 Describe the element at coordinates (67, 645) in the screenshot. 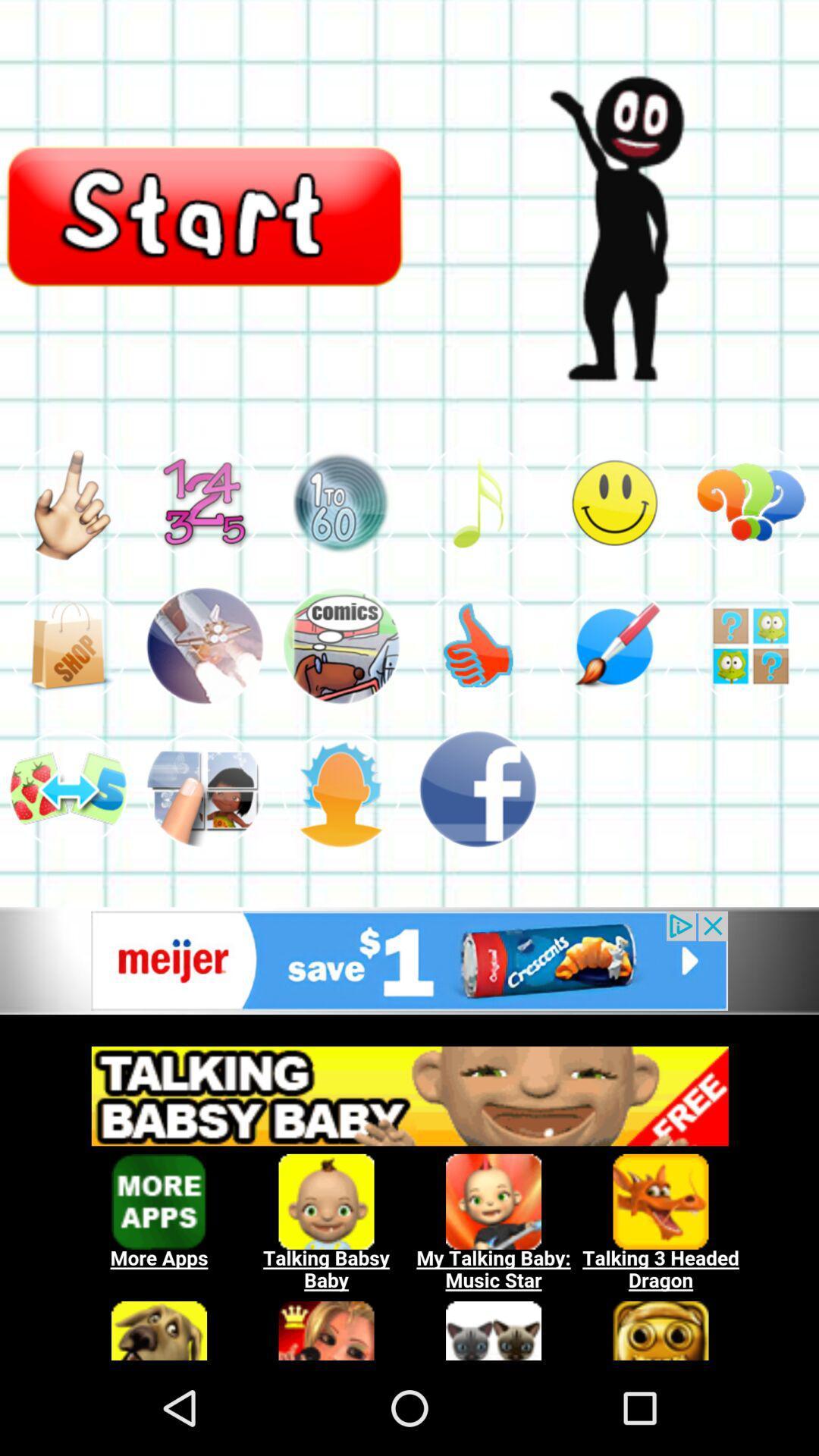

I see `open shop` at that location.